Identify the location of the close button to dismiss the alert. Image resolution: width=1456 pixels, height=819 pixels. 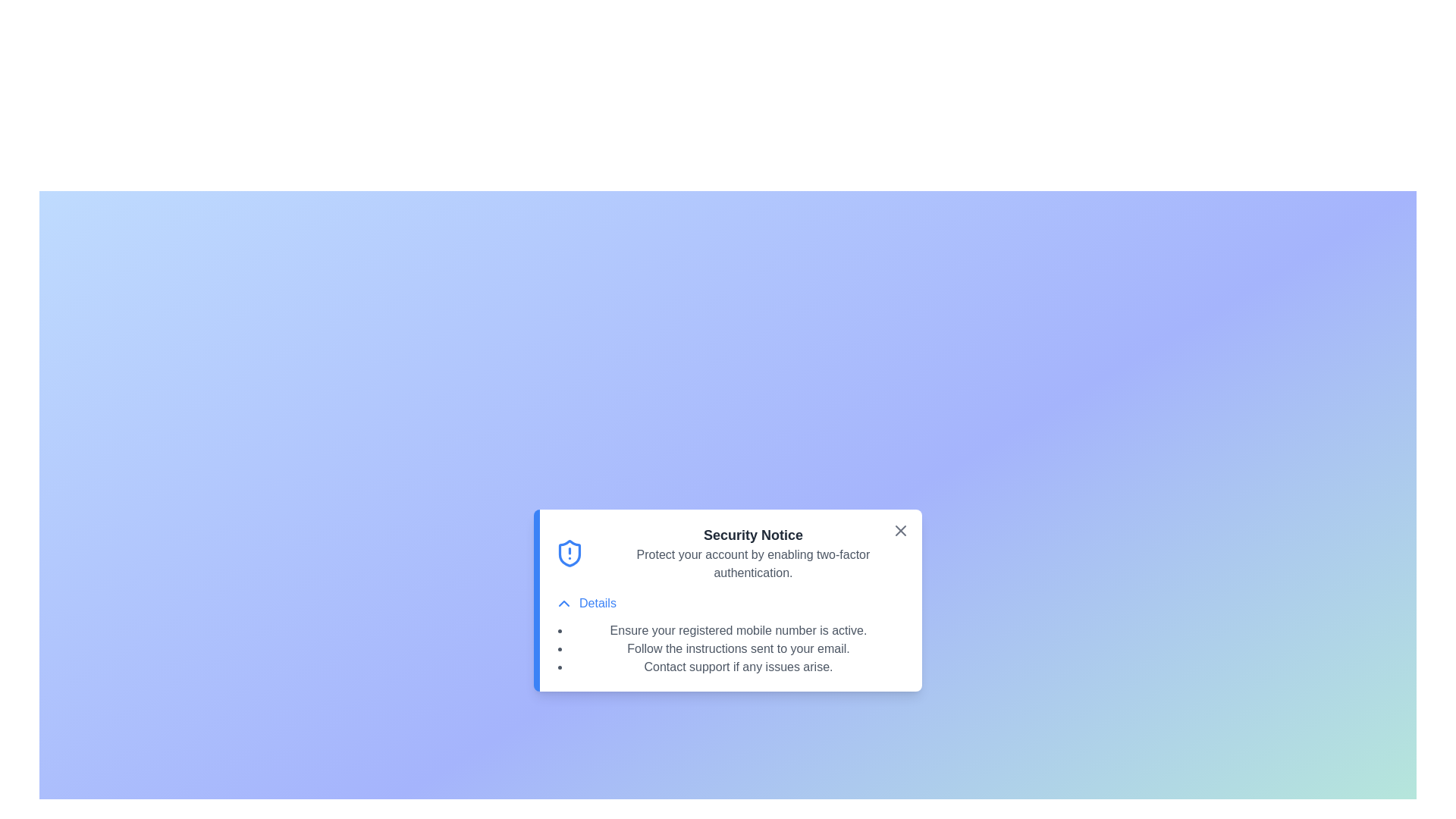
(901, 529).